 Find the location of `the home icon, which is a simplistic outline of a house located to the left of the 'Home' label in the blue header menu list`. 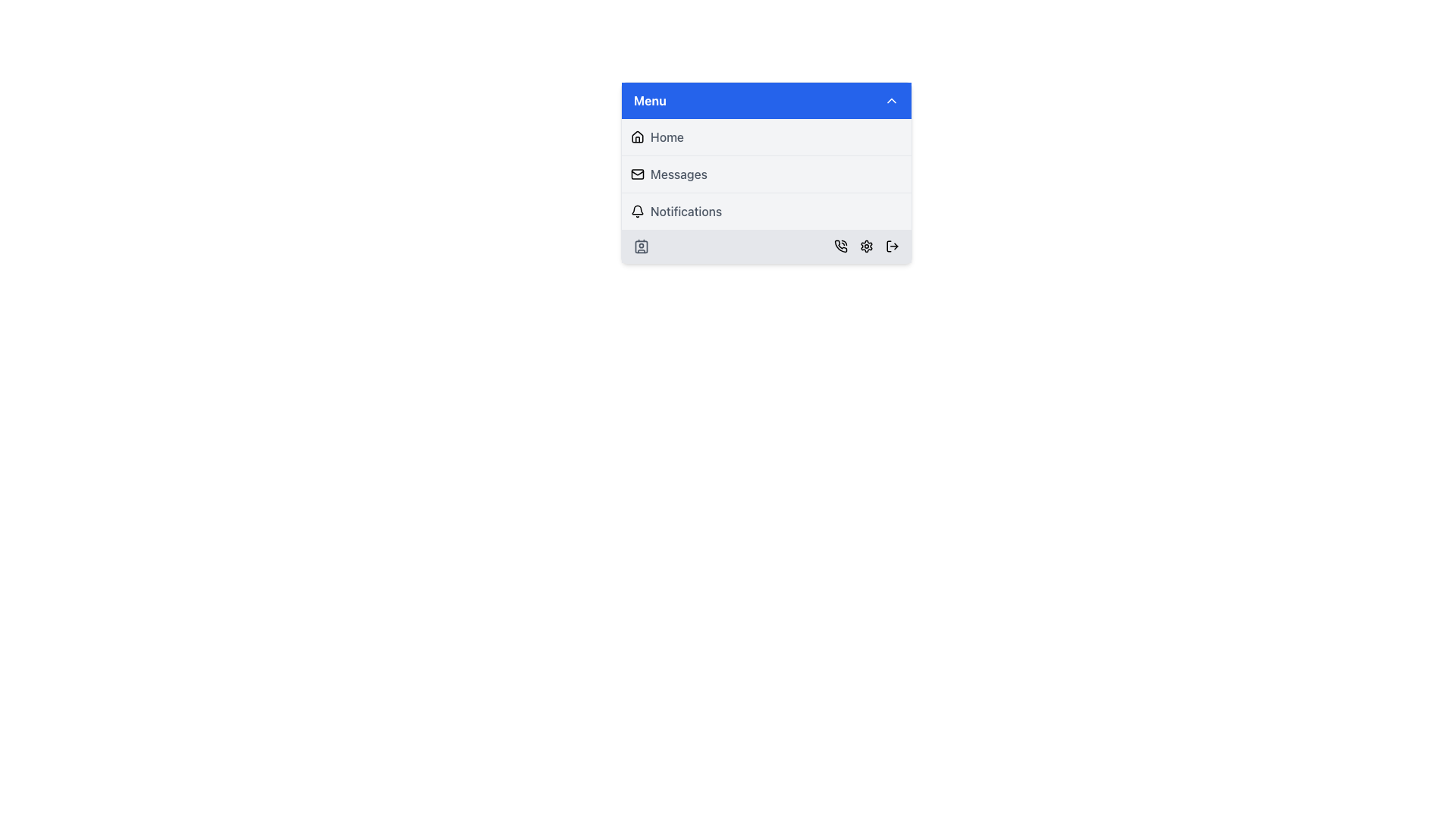

the home icon, which is a simplistic outline of a house located to the left of the 'Home' label in the blue header menu list is located at coordinates (637, 137).